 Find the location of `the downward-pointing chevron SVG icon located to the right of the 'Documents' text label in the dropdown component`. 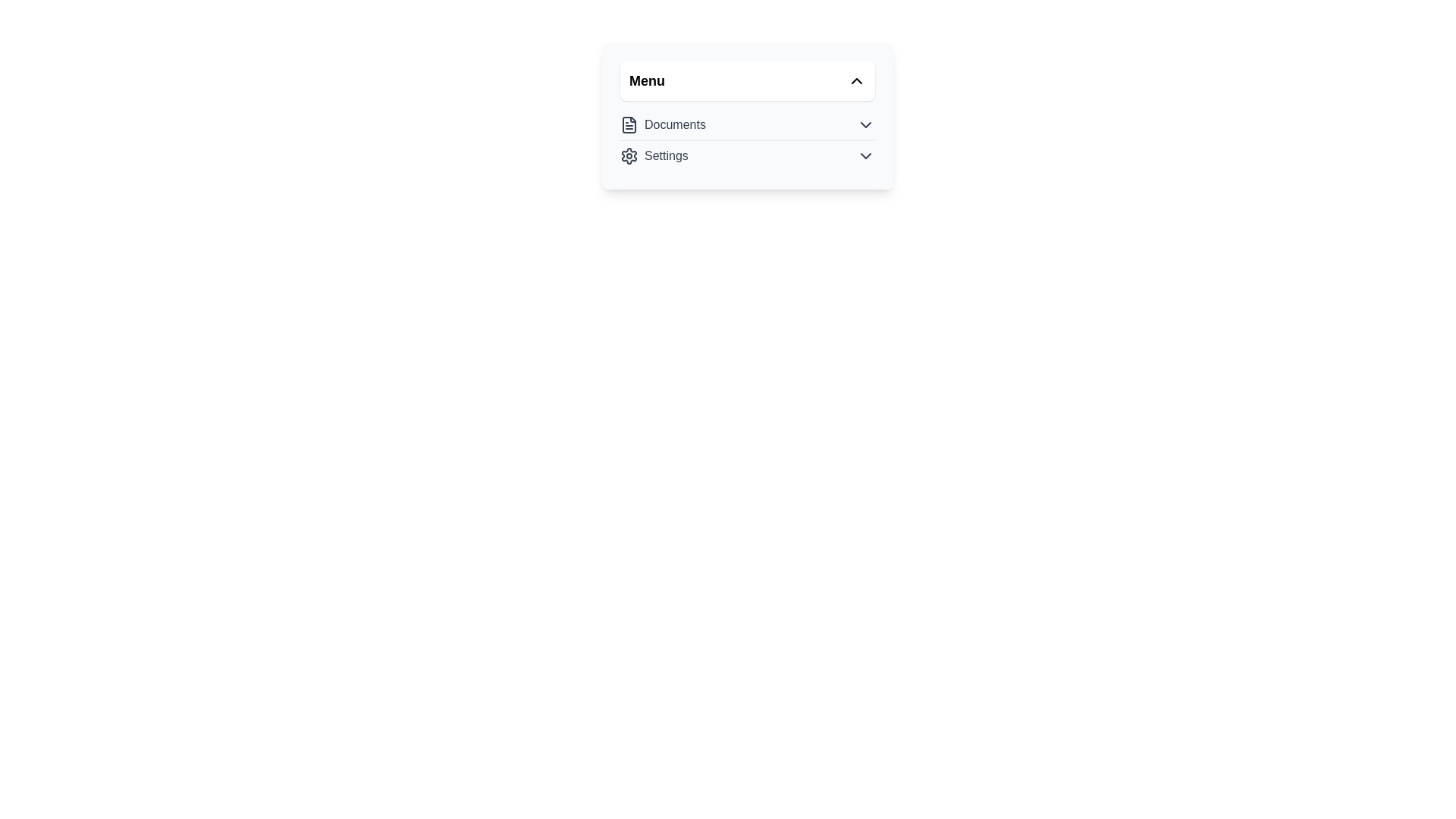

the downward-pointing chevron SVG icon located to the right of the 'Documents' text label in the dropdown component is located at coordinates (866, 124).